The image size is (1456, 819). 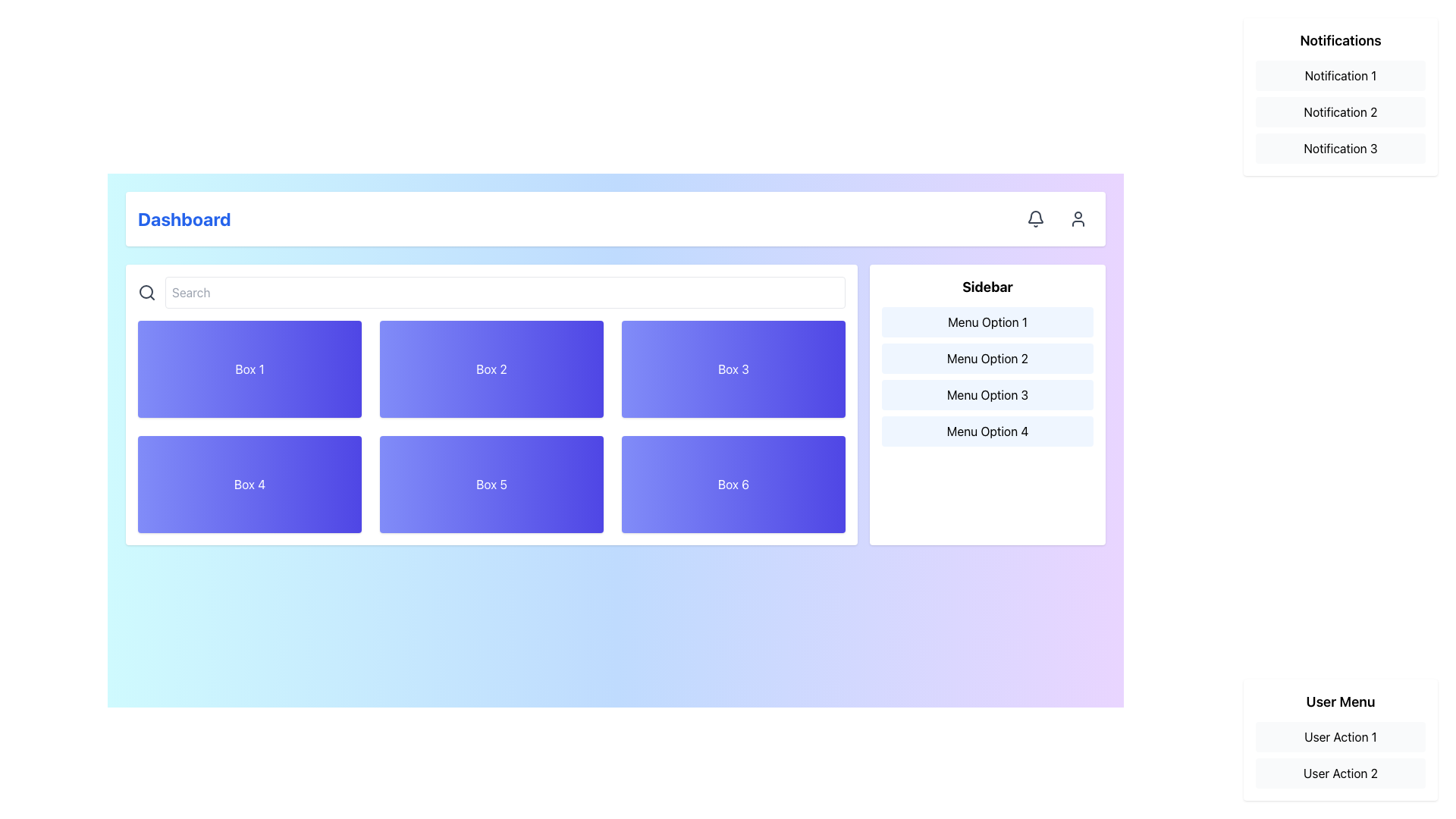 What do you see at coordinates (249, 369) in the screenshot?
I see `the top-left rectangular box with rounded corners and white text 'Box 1' in the grid layout` at bounding box center [249, 369].